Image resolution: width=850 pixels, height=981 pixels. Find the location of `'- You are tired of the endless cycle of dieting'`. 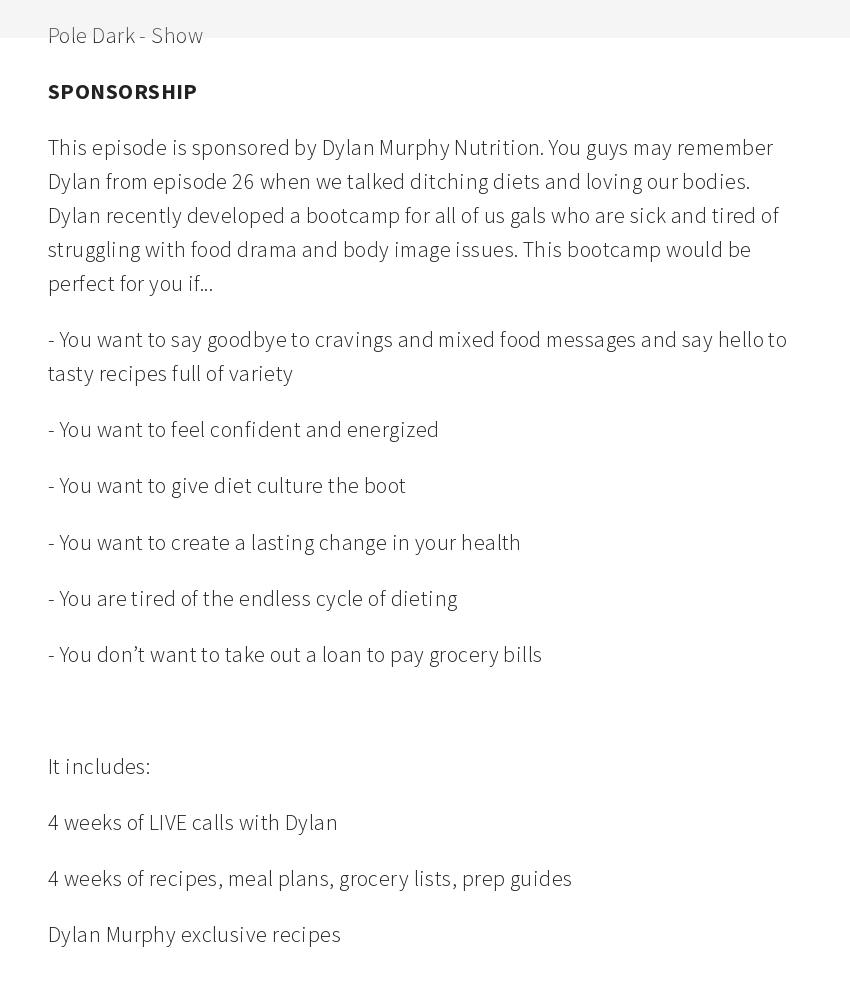

'- You are tired of the endless cycle of dieting' is located at coordinates (252, 597).